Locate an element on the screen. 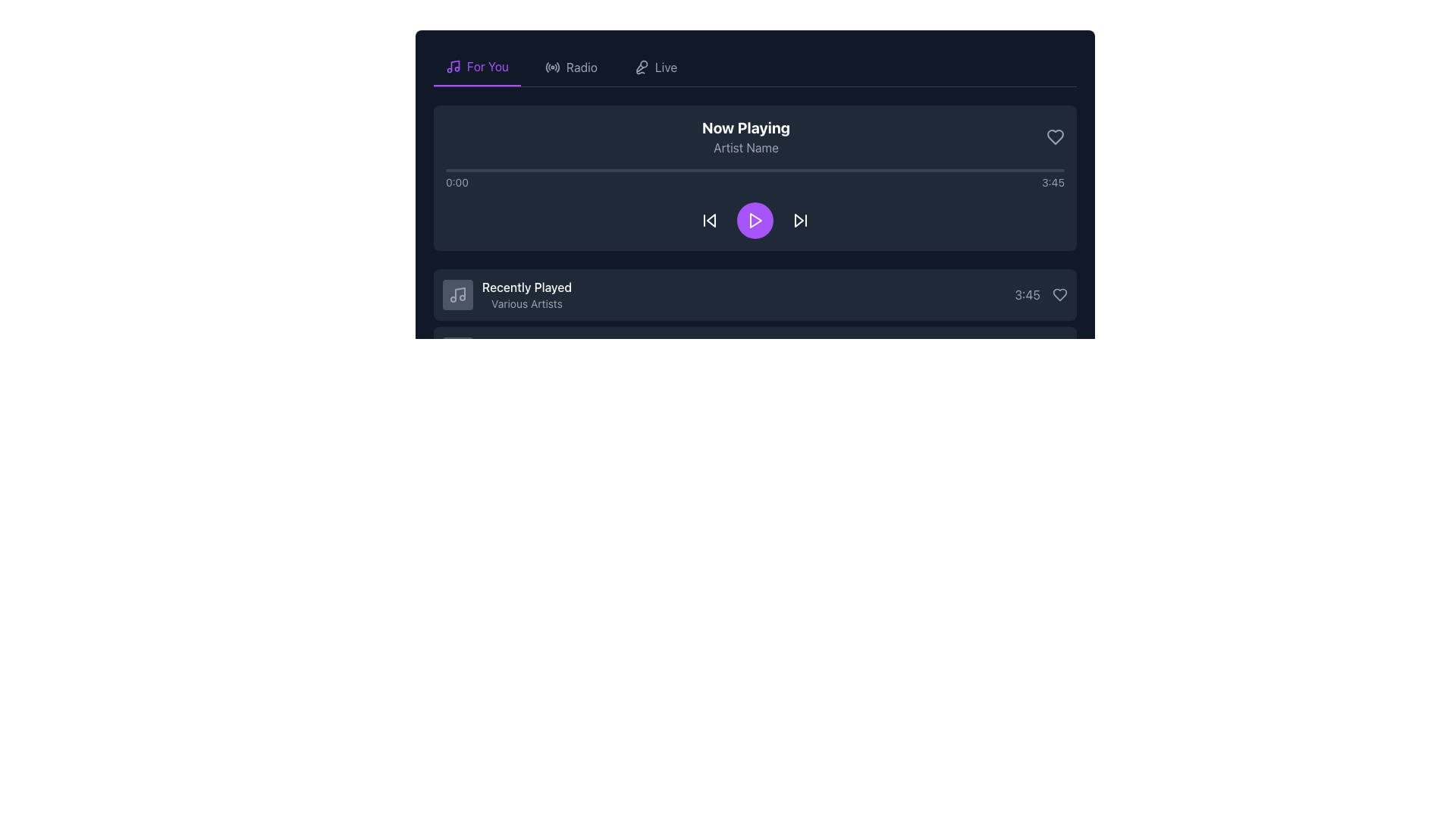 The width and height of the screenshot is (1456, 819). the text display showing '3:45' in gray font, located next to a heart-shaped icon in the bottom-right section of the music playlist entry is located at coordinates (1040, 295).